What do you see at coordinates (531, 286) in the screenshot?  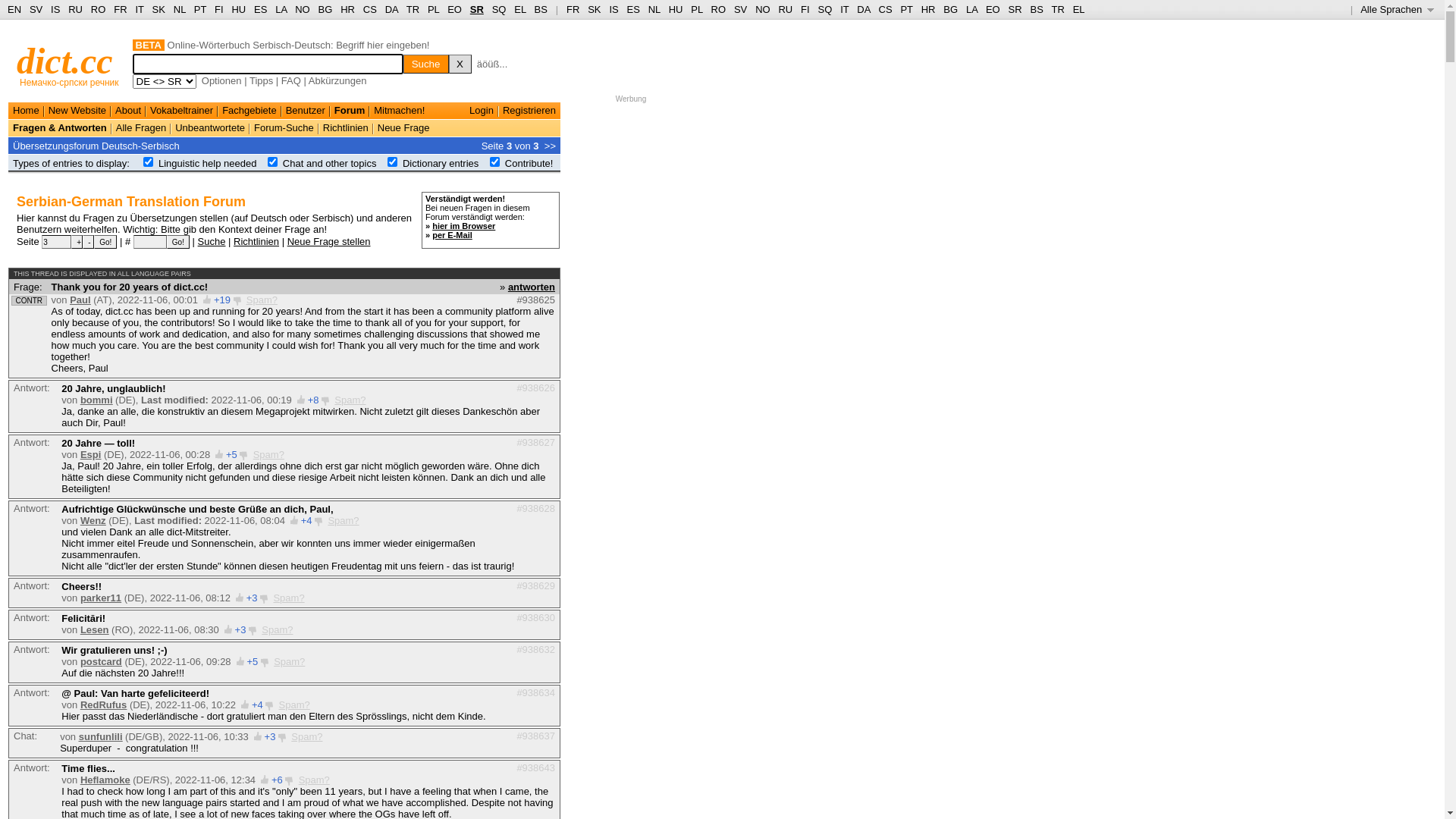 I see `'antworten'` at bounding box center [531, 286].